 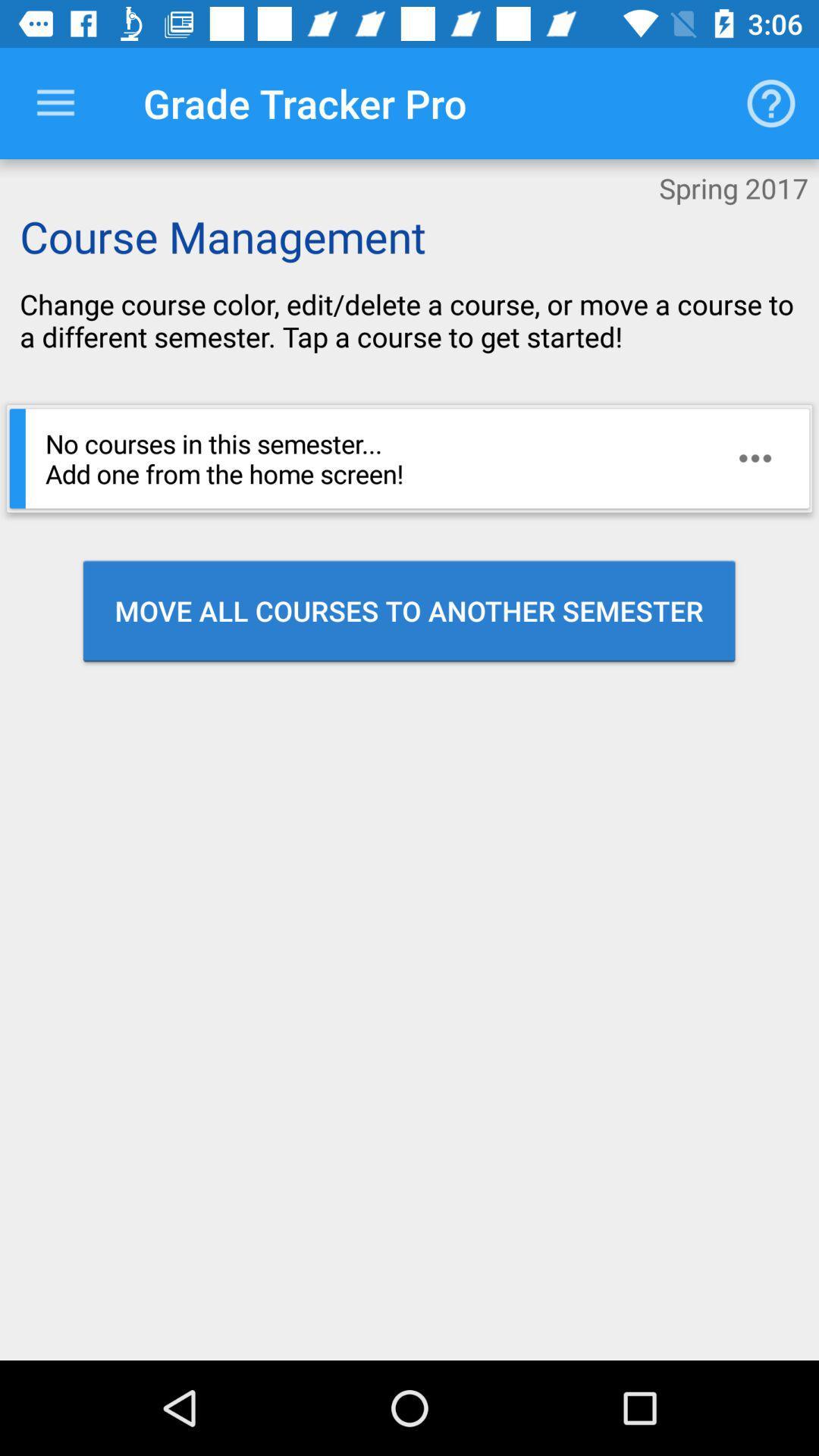 What do you see at coordinates (55, 102) in the screenshot?
I see `the icon above the course management icon` at bounding box center [55, 102].